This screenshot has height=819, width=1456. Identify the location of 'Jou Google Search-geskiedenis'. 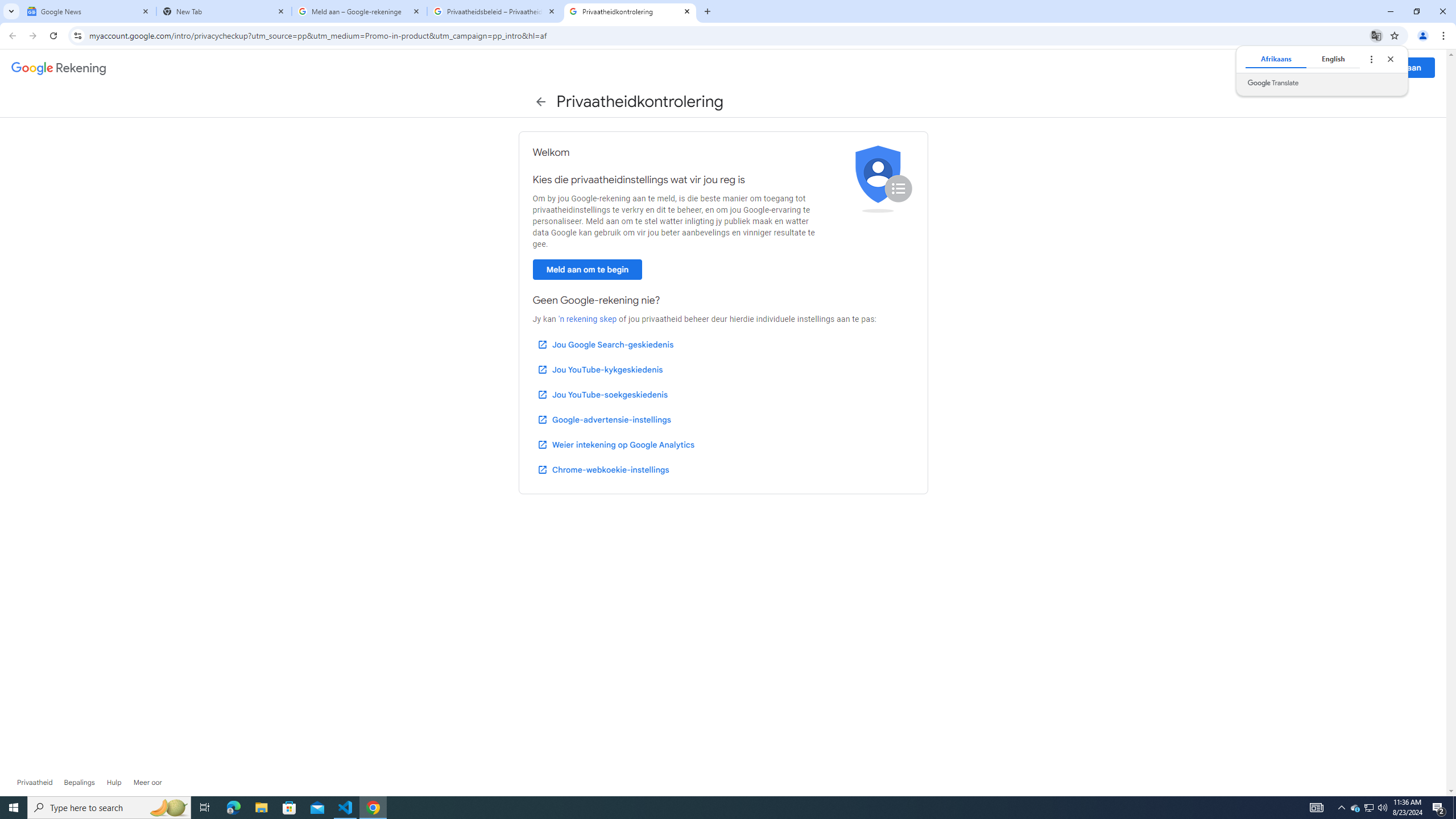
(605, 344).